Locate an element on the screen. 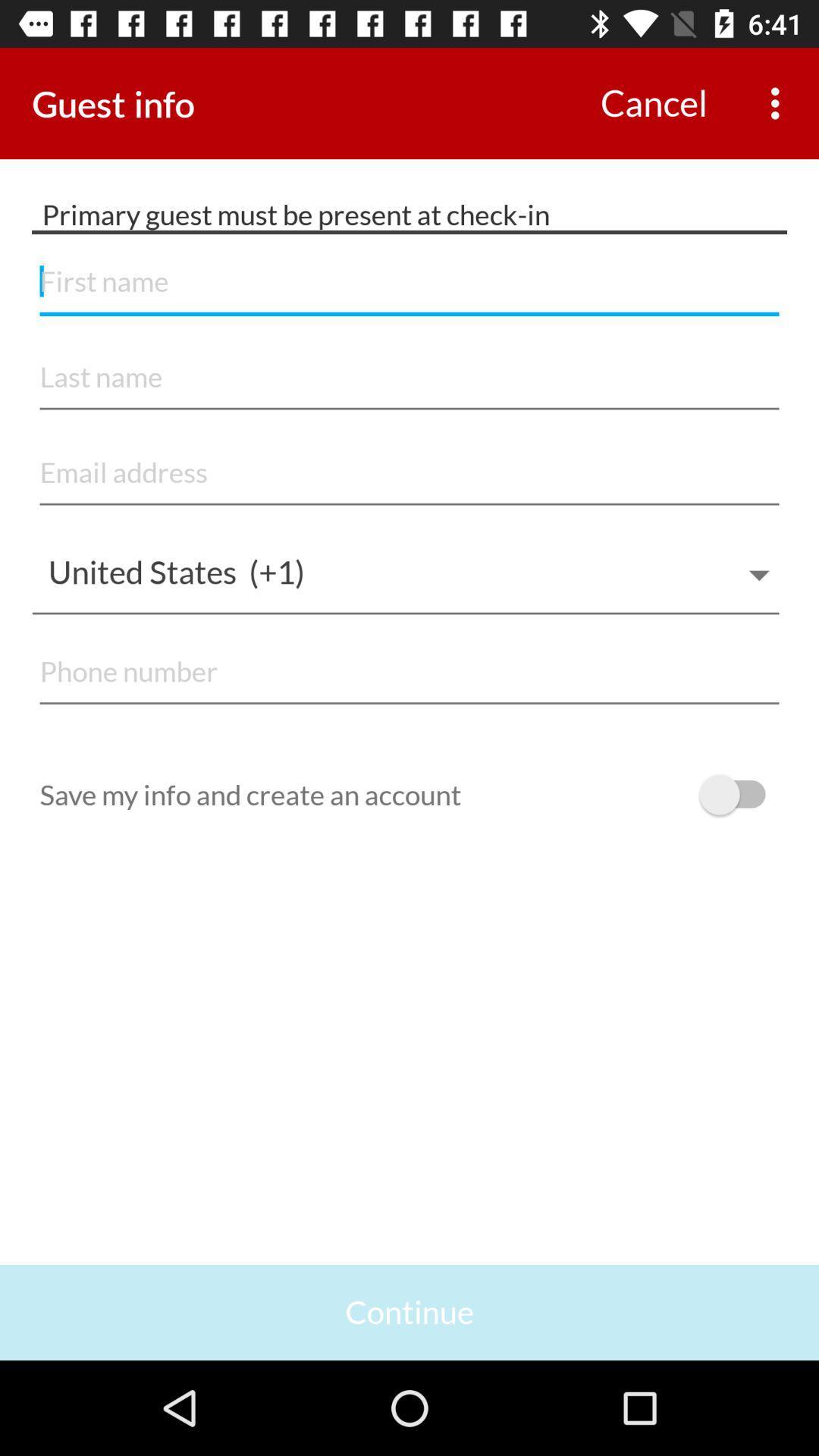  your first name is located at coordinates (409, 282).